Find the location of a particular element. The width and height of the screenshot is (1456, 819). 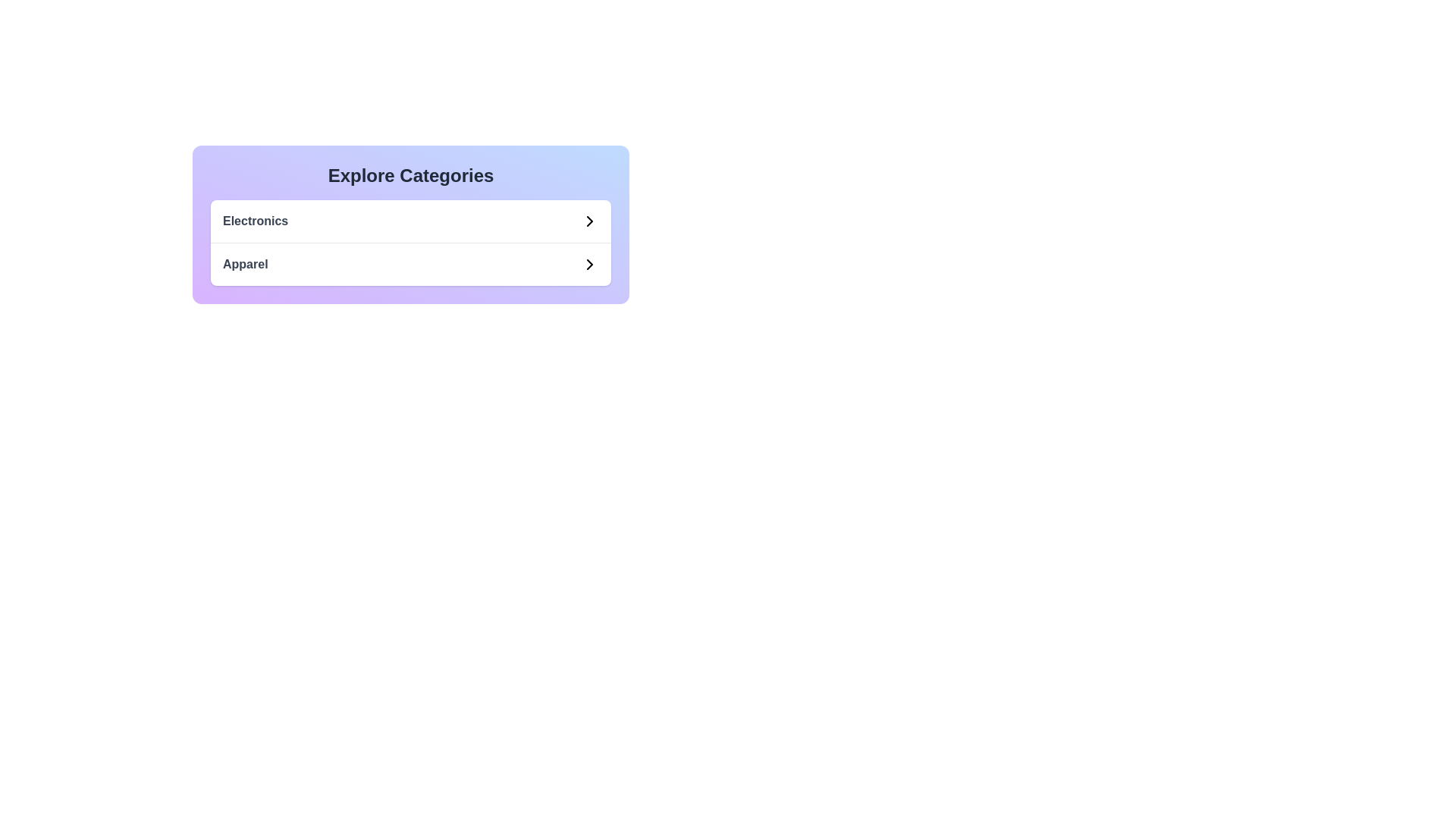

the chevron-right indicator icon located at the far-right end of the 'Apparel' list item in the 'Explore Categories' panel is located at coordinates (588, 263).